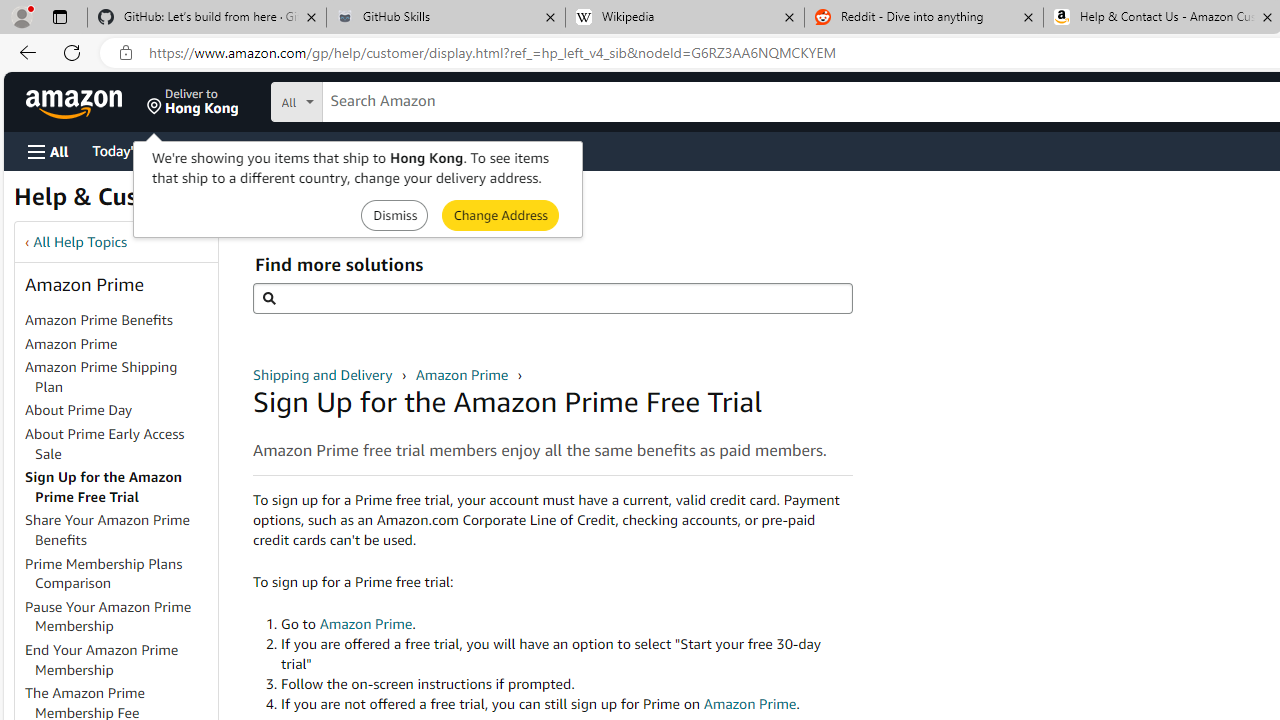 This screenshot has height=720, width=1280. What do you see at coordinates (119, 320) in the screenshot?
I see `'Amazon Prime Benefits'` at bounding box center [119, 320].